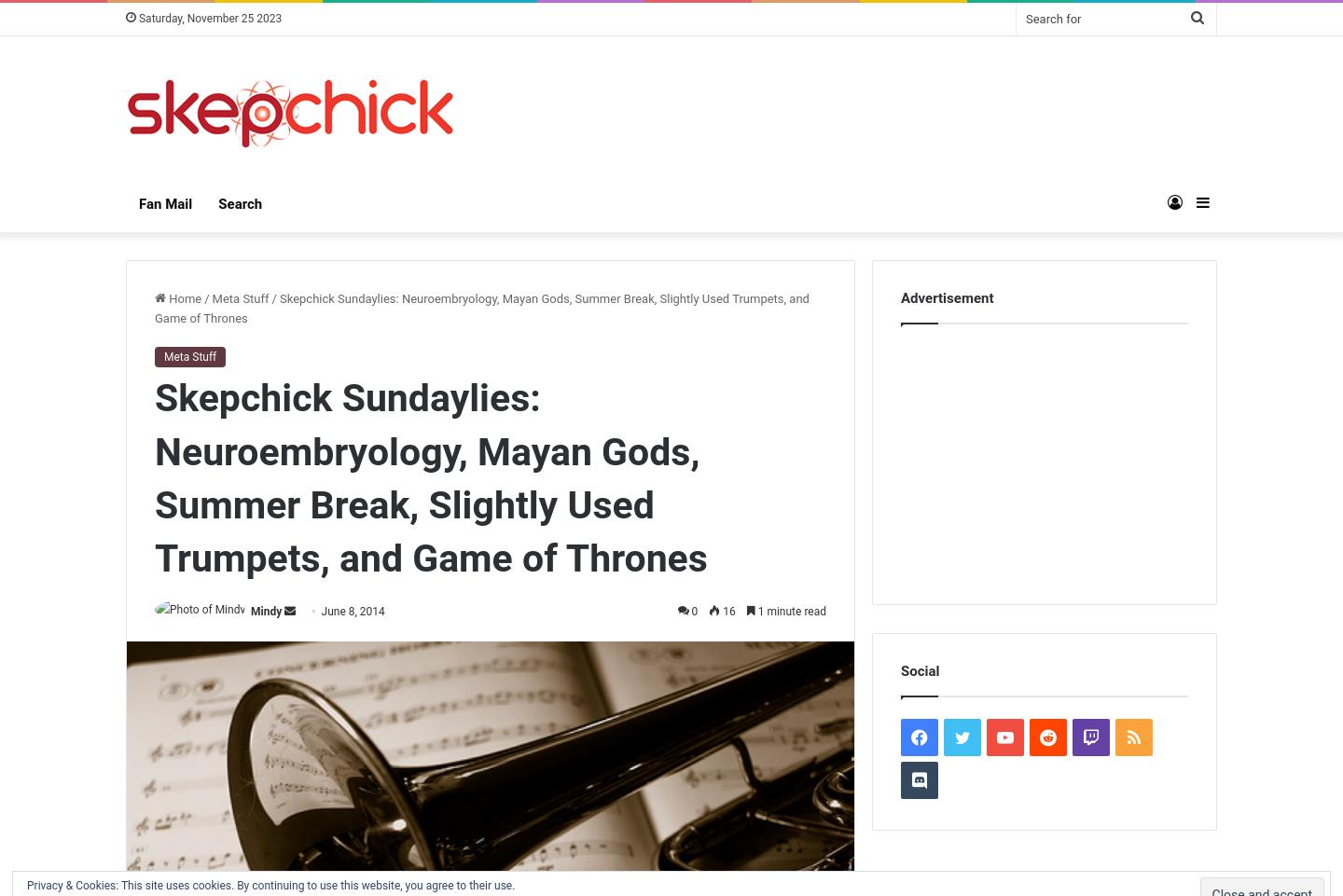  What do you see at coordinates (352, 610) in the screenshot?
I see `'June 8, 2014'` at bounding box center [352, 610].